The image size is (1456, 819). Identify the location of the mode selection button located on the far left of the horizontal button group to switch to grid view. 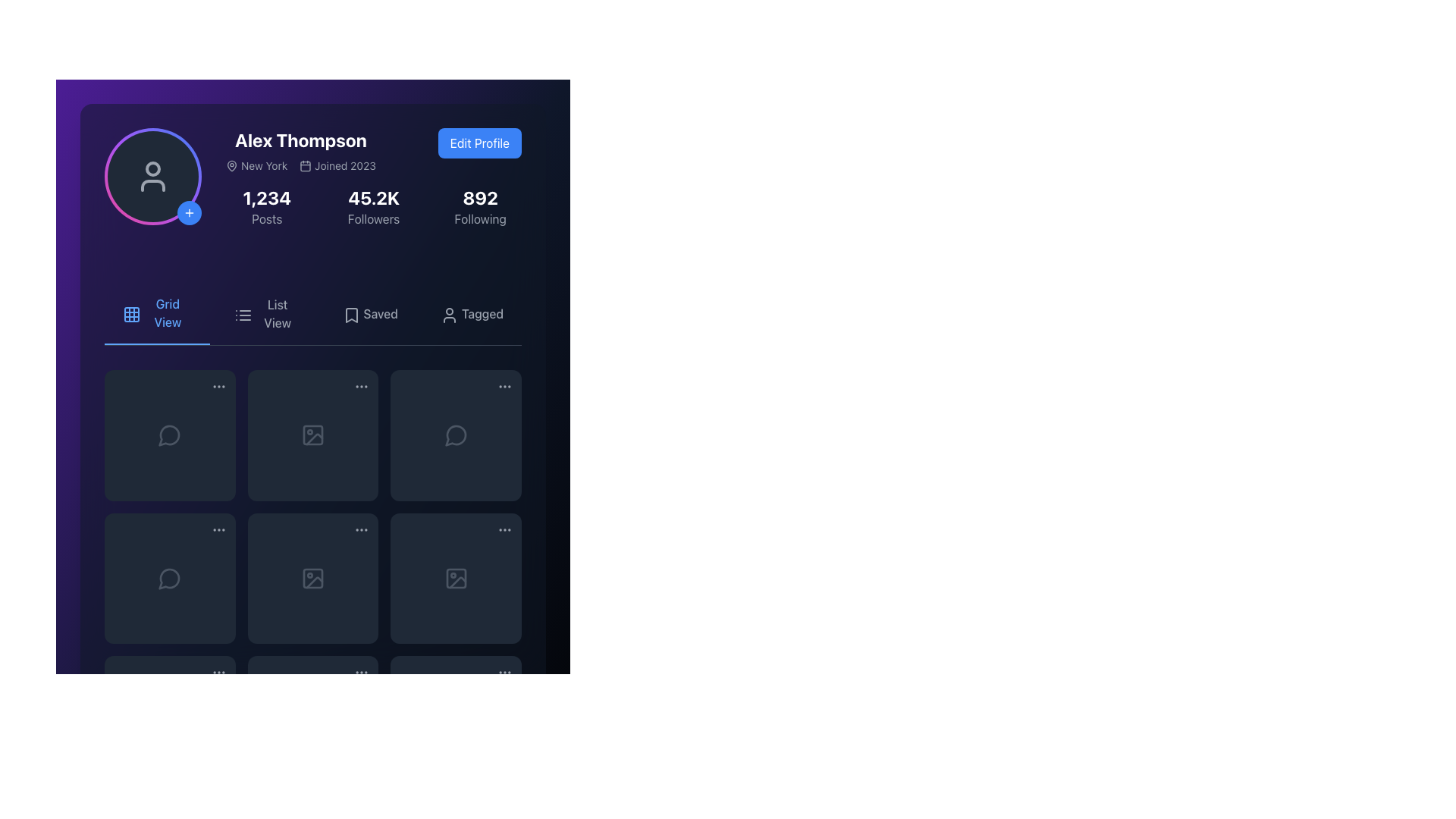
(157, 312).